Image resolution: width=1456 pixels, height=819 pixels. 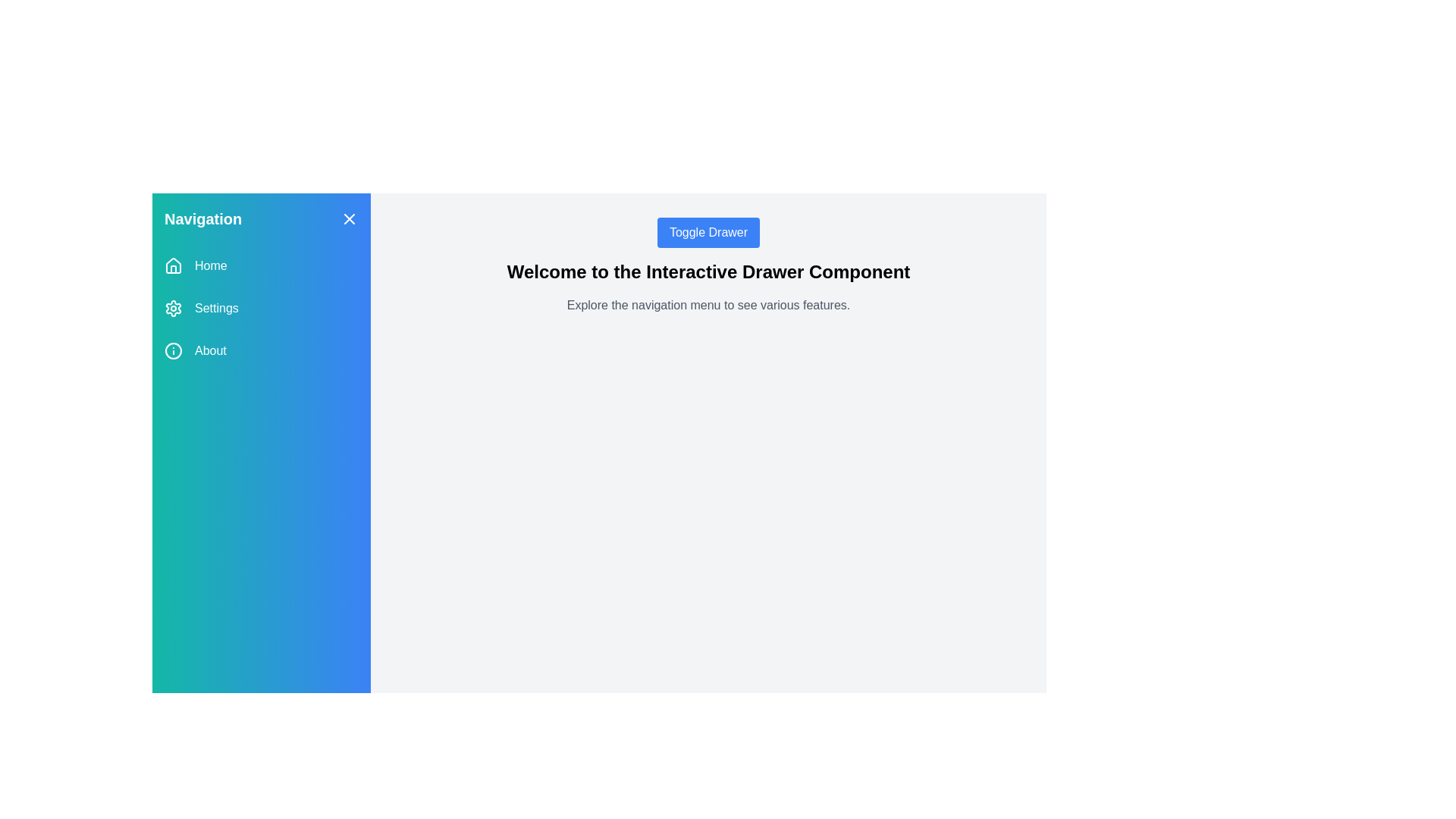 What do you see at coordinates (262, 350) in the screenshot?
I see `the navigation item About to navigate to the corresponding section` at bounding box center [262, 350].